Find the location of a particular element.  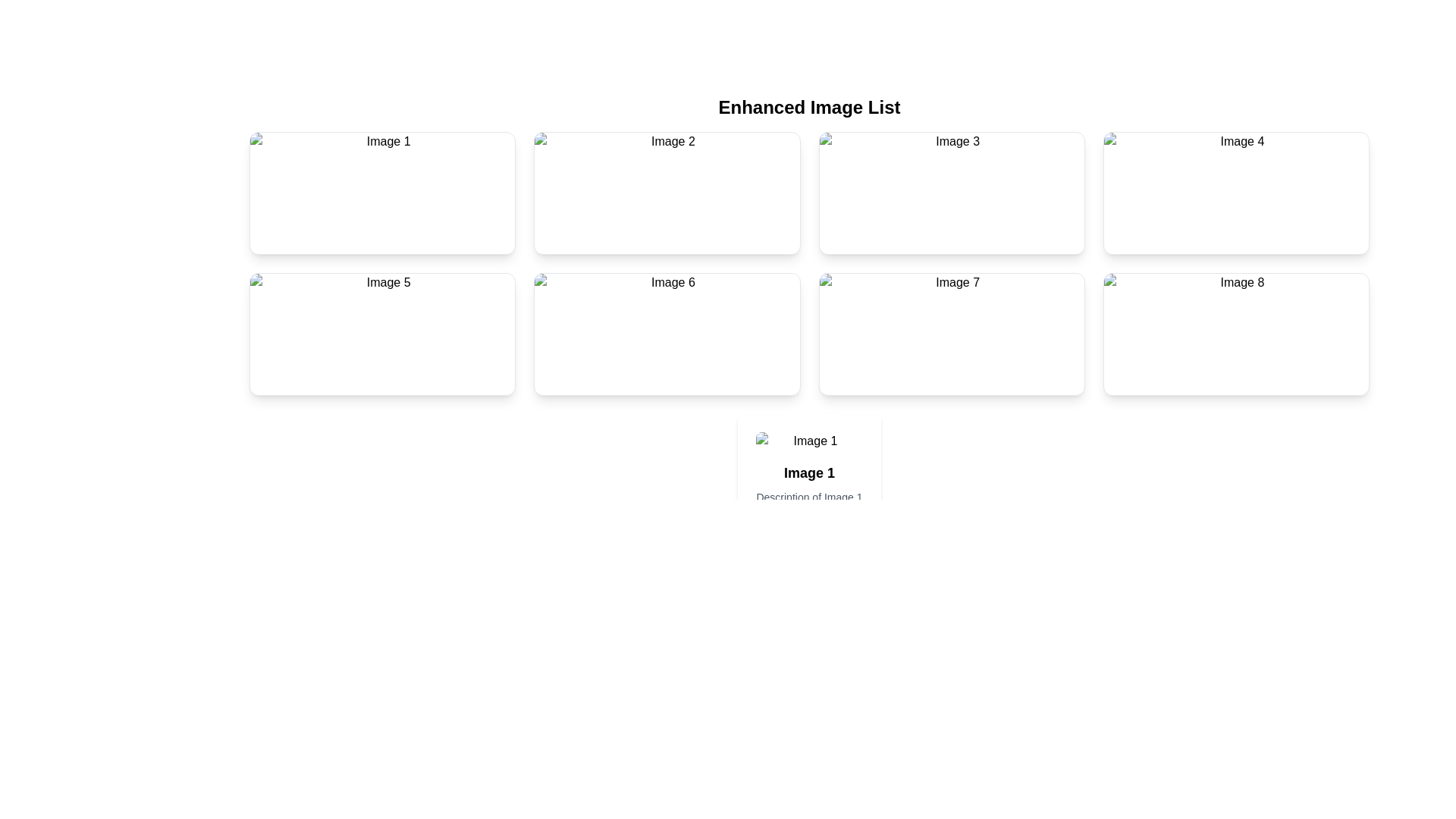

the second interactive card in the grid layout is located at coordinates (667, 192).